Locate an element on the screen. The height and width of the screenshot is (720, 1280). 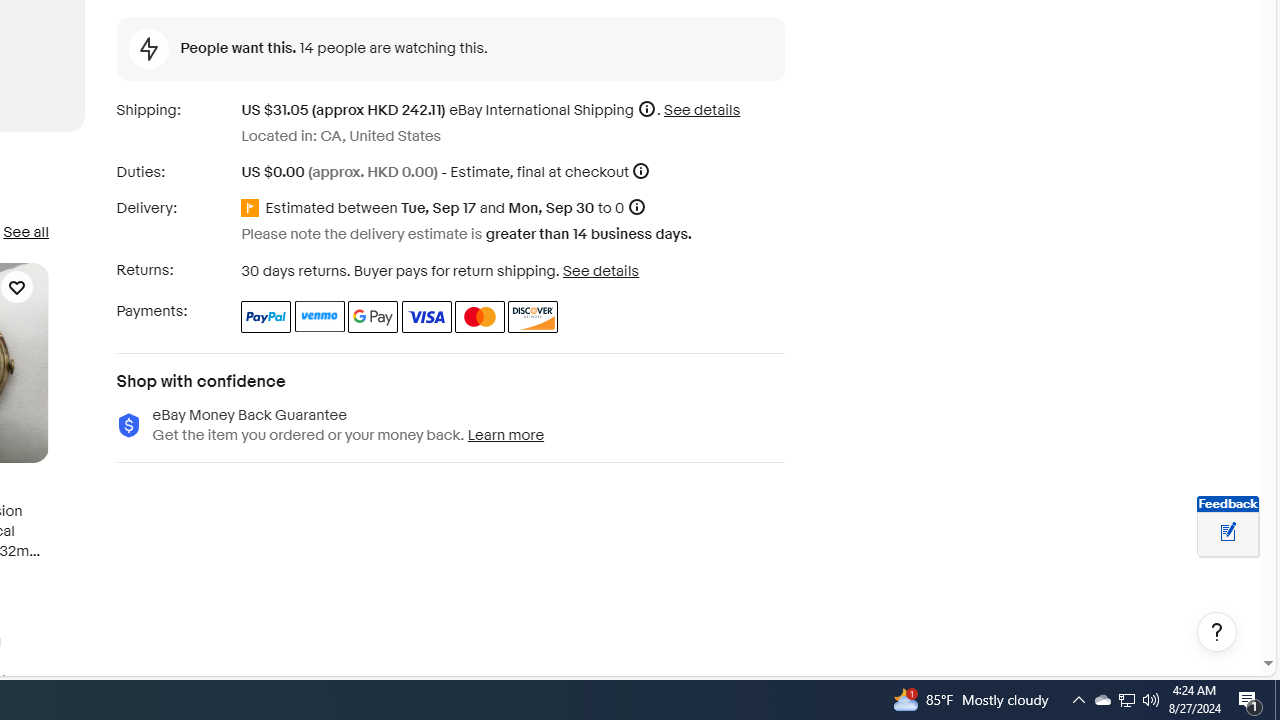
'More information' is located at coordinates (641, 170).